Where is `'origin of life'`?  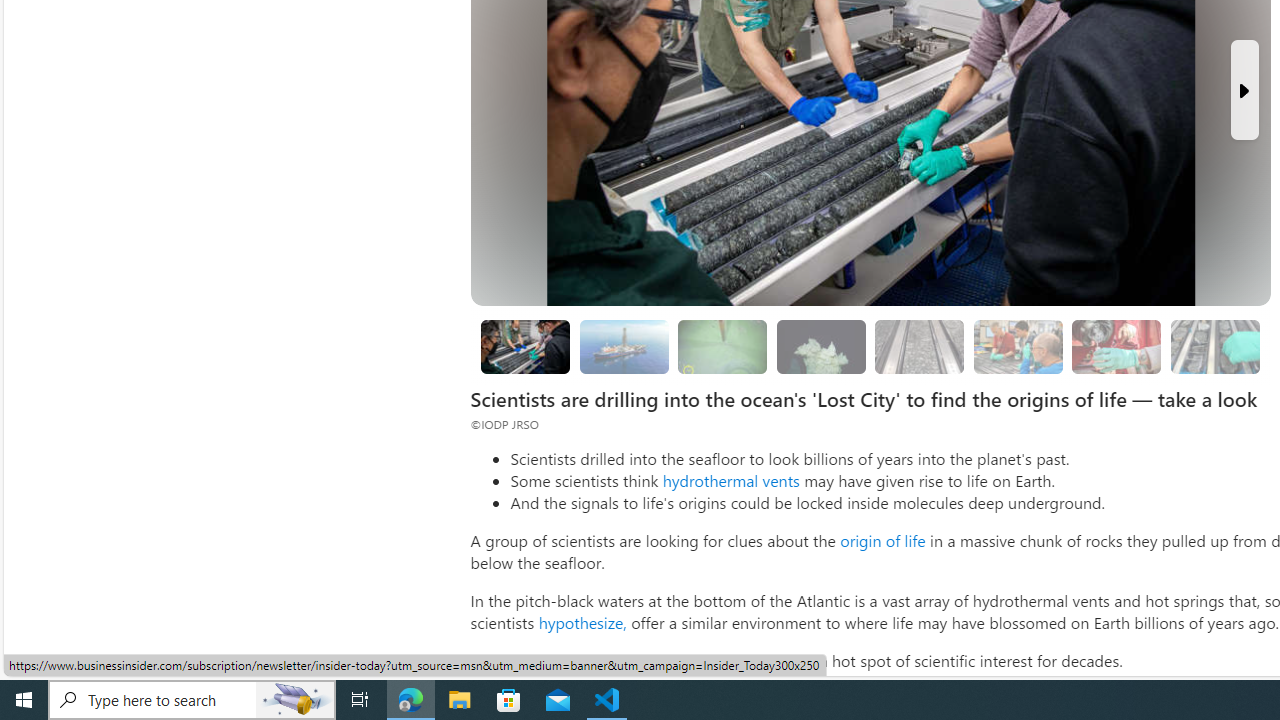 'origin of life' is located at coordinates (881, 540).